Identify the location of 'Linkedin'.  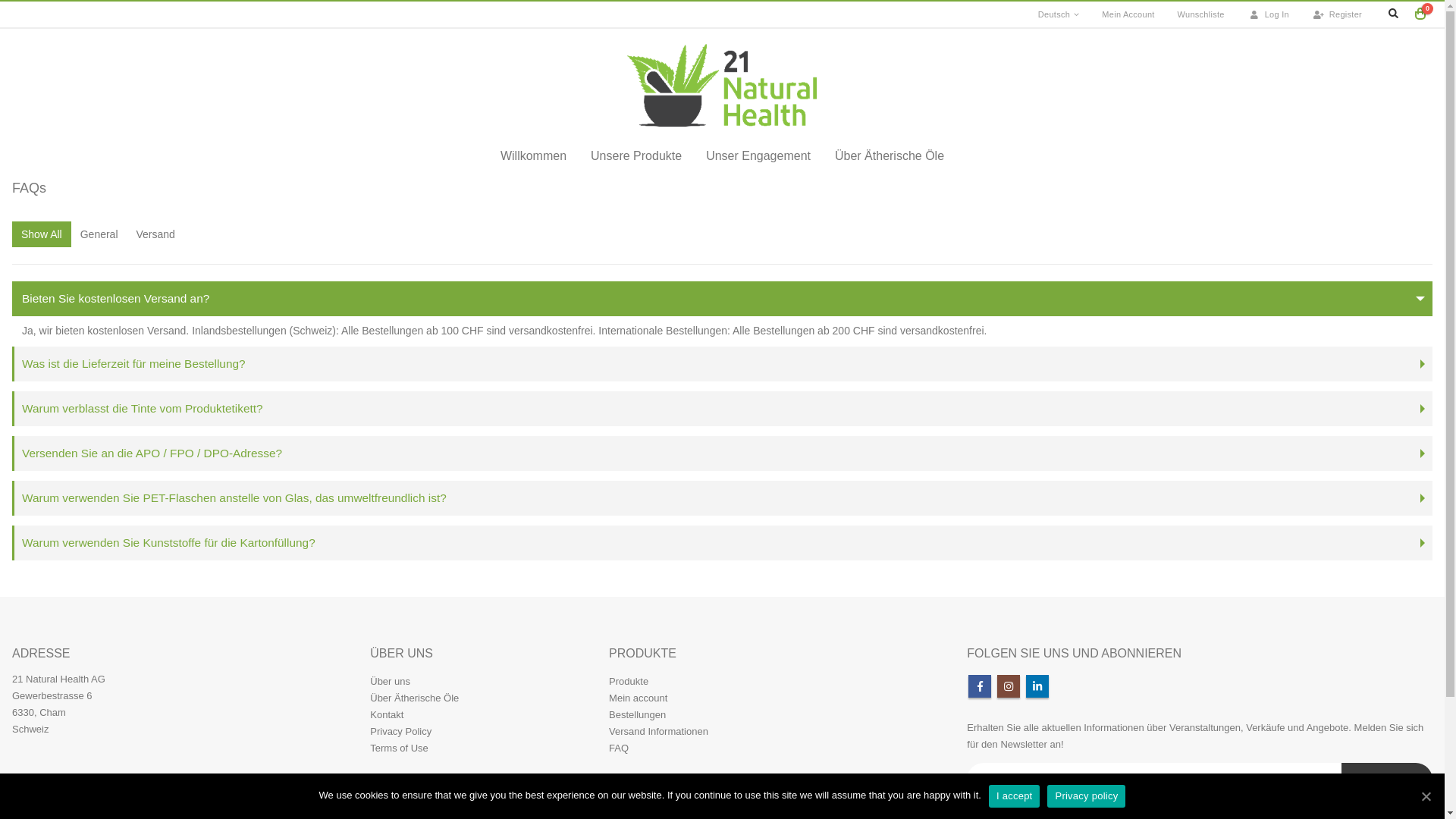
(1026, 686).